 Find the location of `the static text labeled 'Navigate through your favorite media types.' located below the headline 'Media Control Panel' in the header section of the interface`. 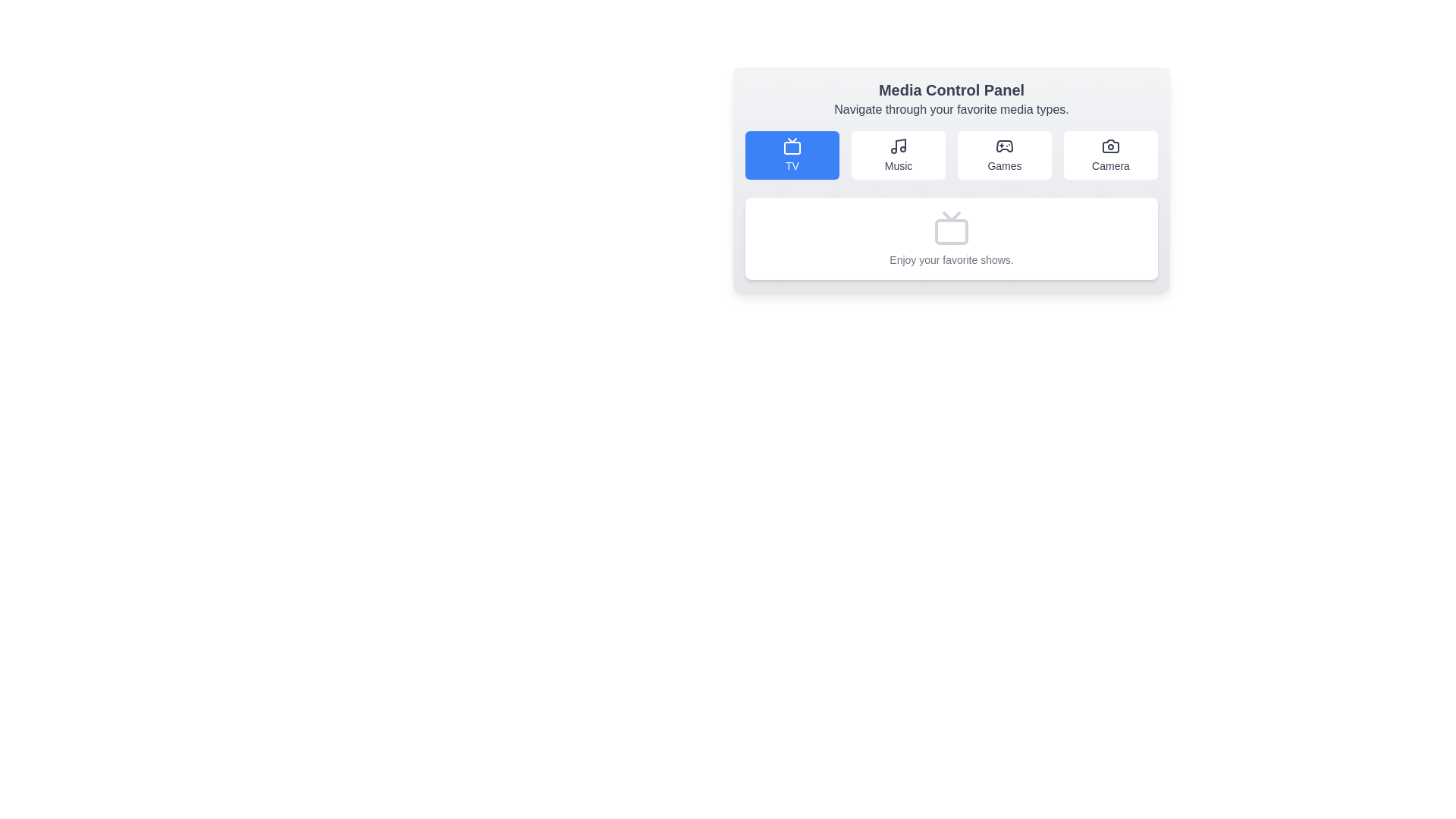

the static text labeled 'Navigate through your favorite media types.' located below the headline 'Media Control Panel' in the header section of the interface is located at coordinates (950, 109).